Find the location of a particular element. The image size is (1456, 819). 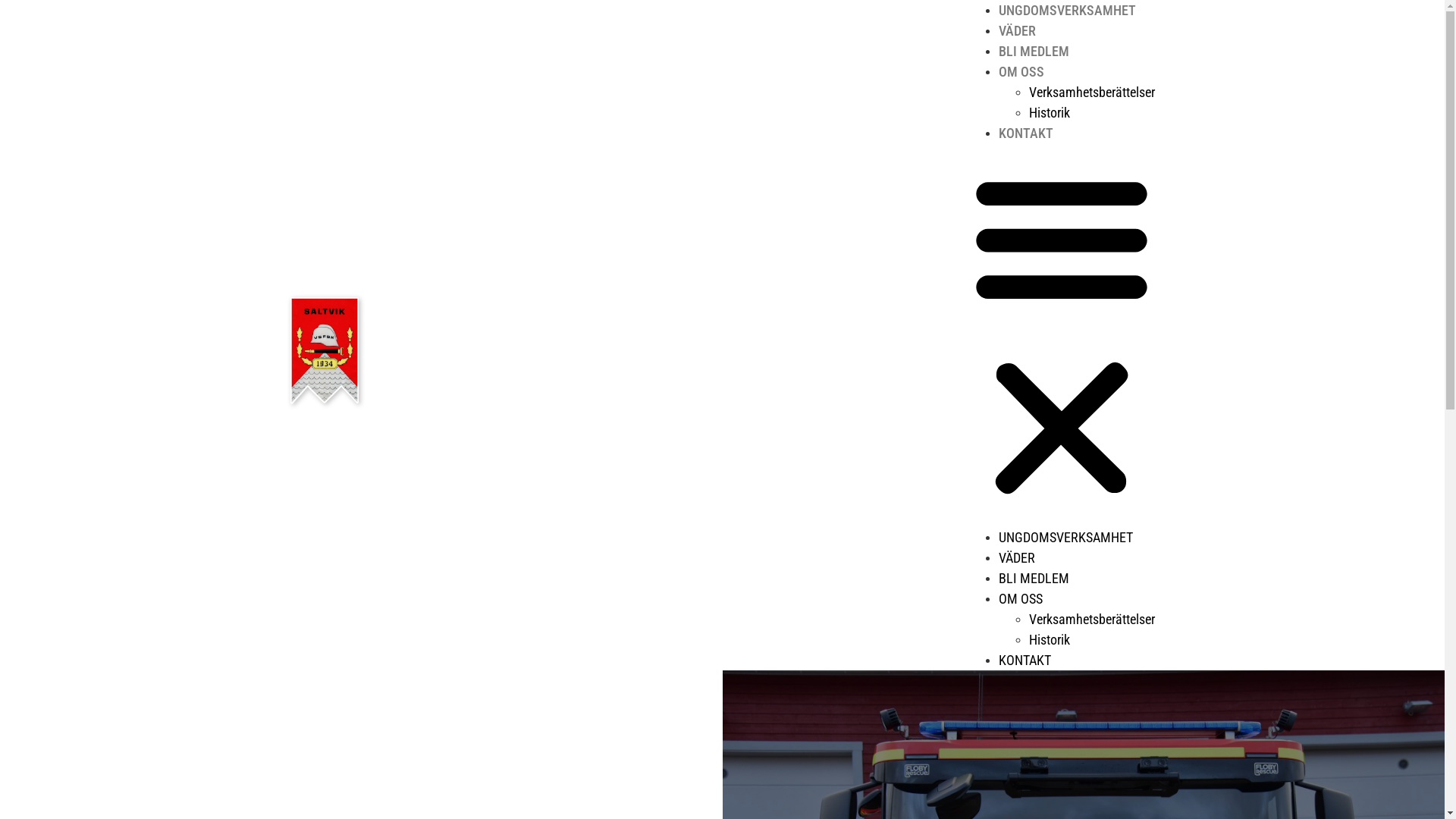

'BLI MEDLEM' is located at coordinates (1032, 50).